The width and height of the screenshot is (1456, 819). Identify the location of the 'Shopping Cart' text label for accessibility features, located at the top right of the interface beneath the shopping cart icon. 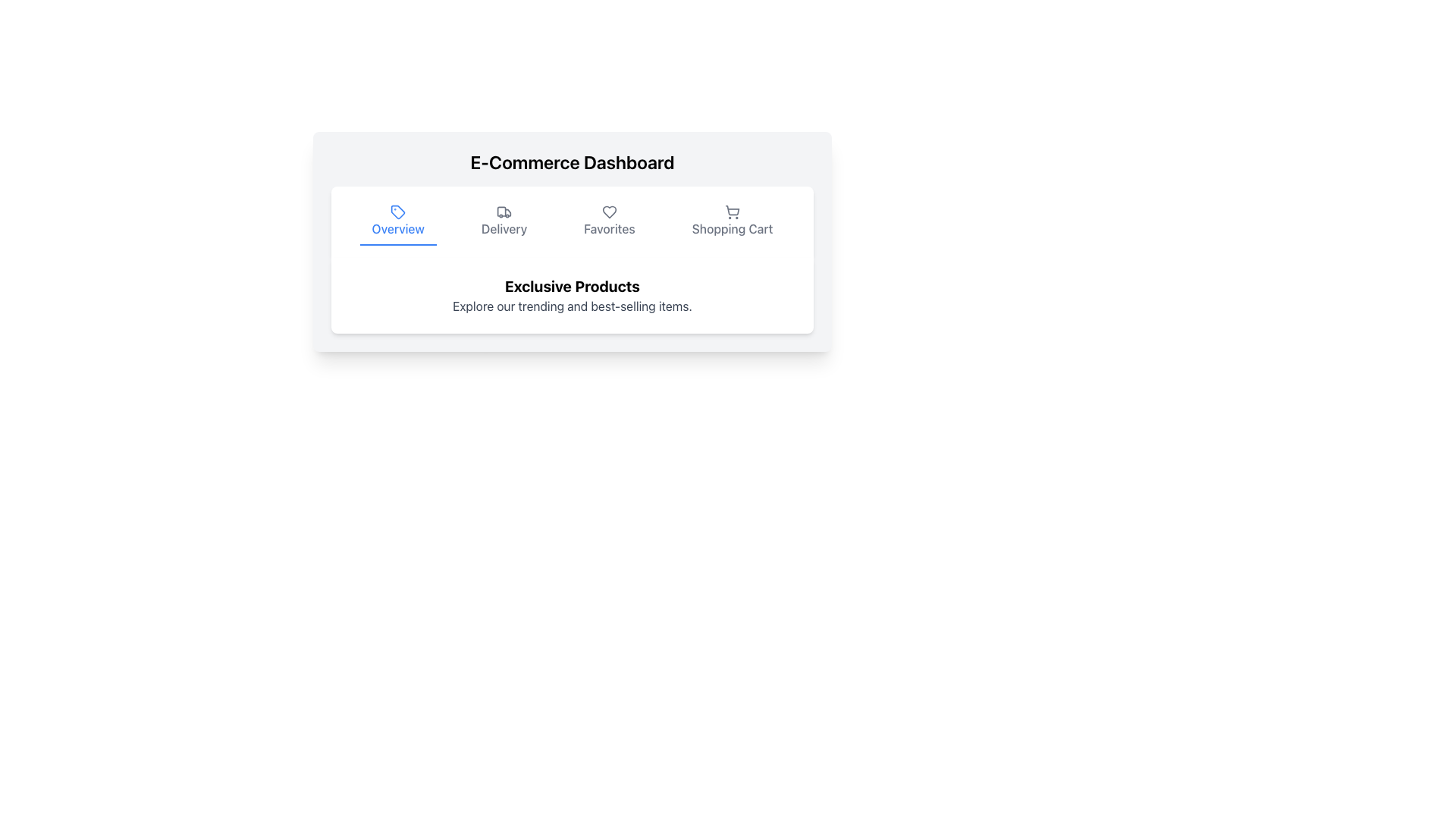
(733, 228).